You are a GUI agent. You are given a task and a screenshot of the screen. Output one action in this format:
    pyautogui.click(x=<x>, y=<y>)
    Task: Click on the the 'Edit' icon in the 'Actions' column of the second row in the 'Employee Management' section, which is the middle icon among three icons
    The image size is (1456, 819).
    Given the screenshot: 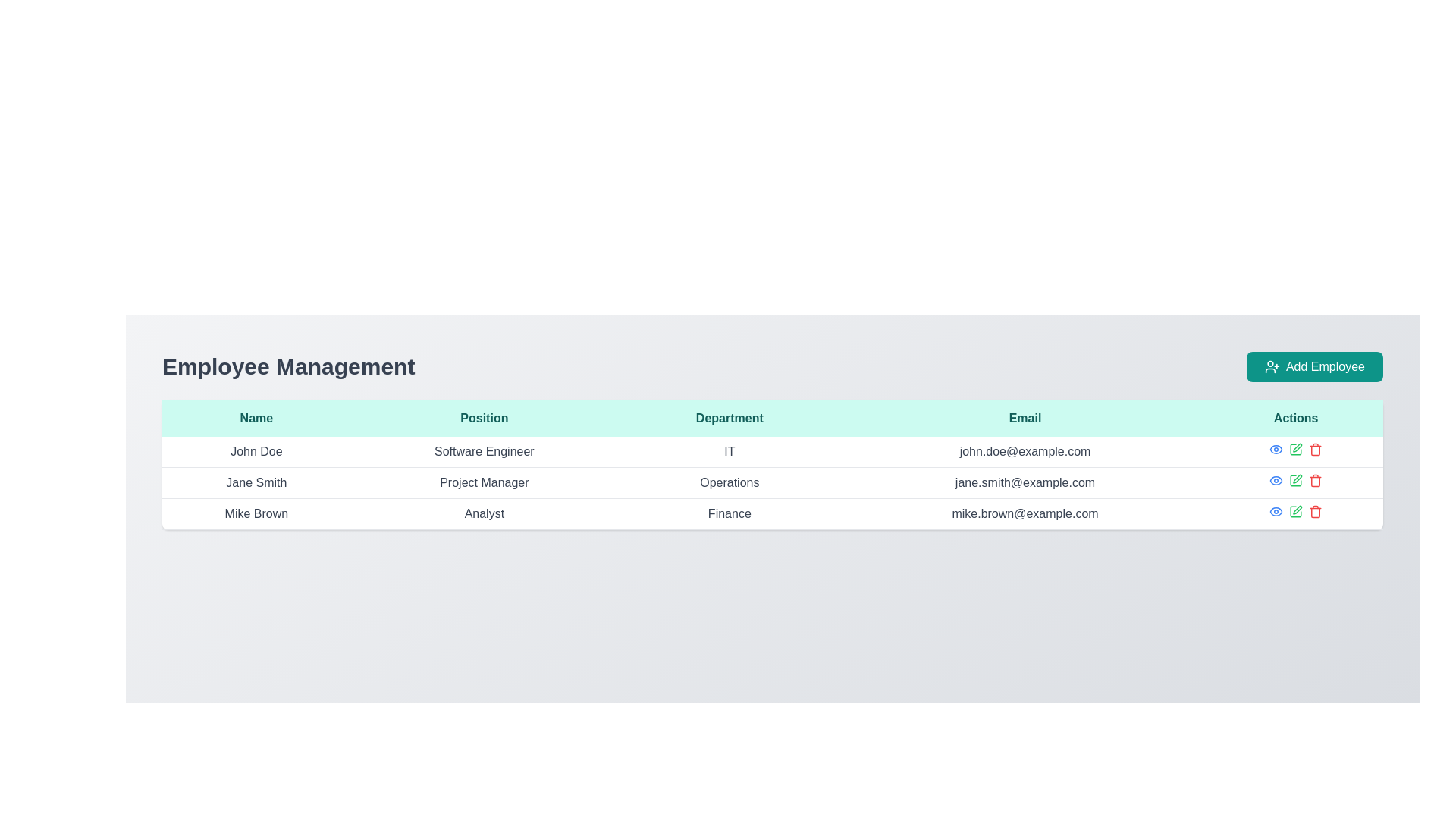 What is the action you would take?
    pyautogui.click(x=1295, y=480)
    